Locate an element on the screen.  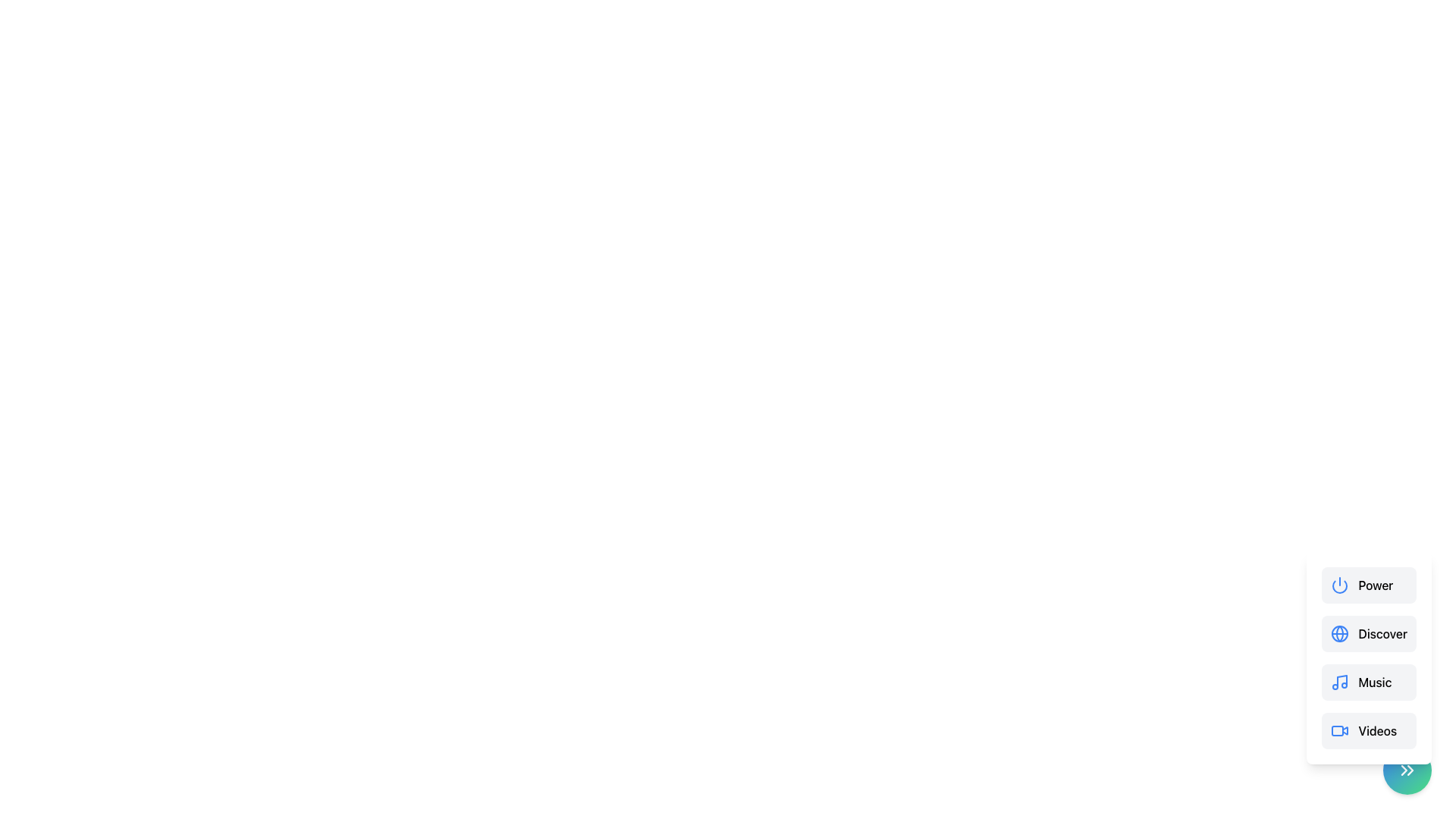
the circular button is located at coordinates (1407, 770).